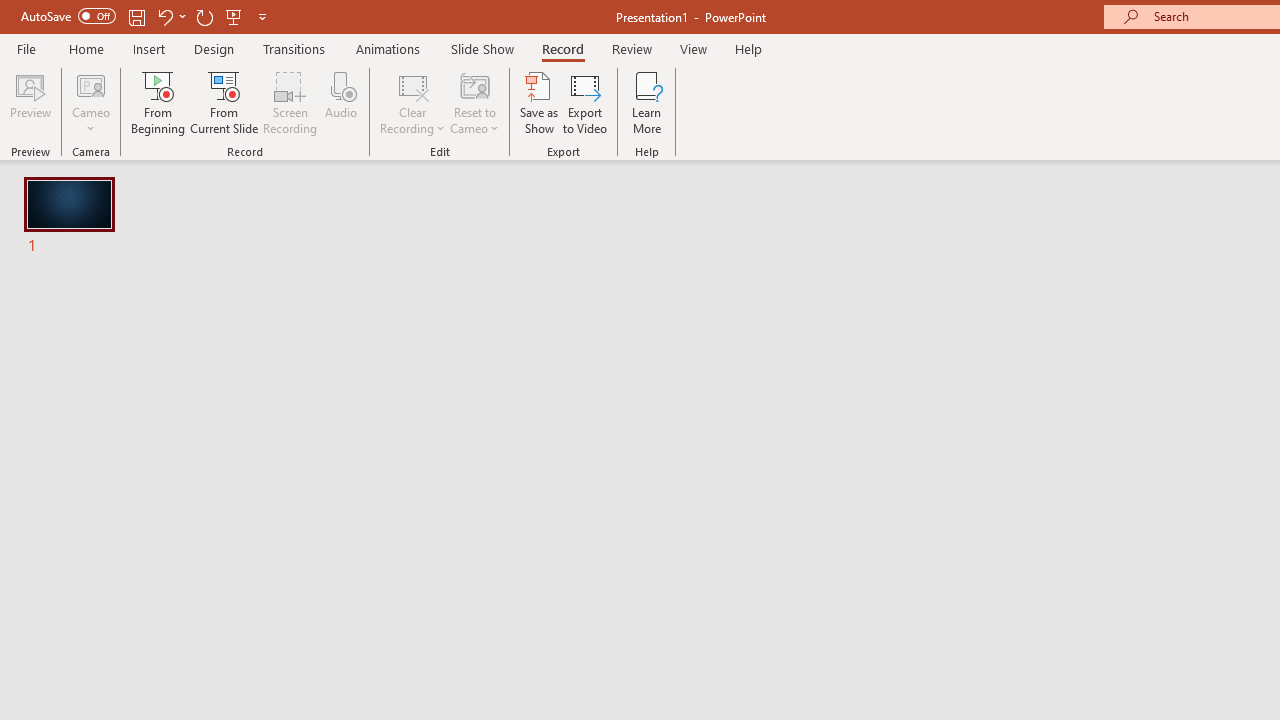 This screenshot has height=720, width=1280. Describe the element at coordinates (539, 103) in the screenshot. I see `'Save as Show'` at that location.